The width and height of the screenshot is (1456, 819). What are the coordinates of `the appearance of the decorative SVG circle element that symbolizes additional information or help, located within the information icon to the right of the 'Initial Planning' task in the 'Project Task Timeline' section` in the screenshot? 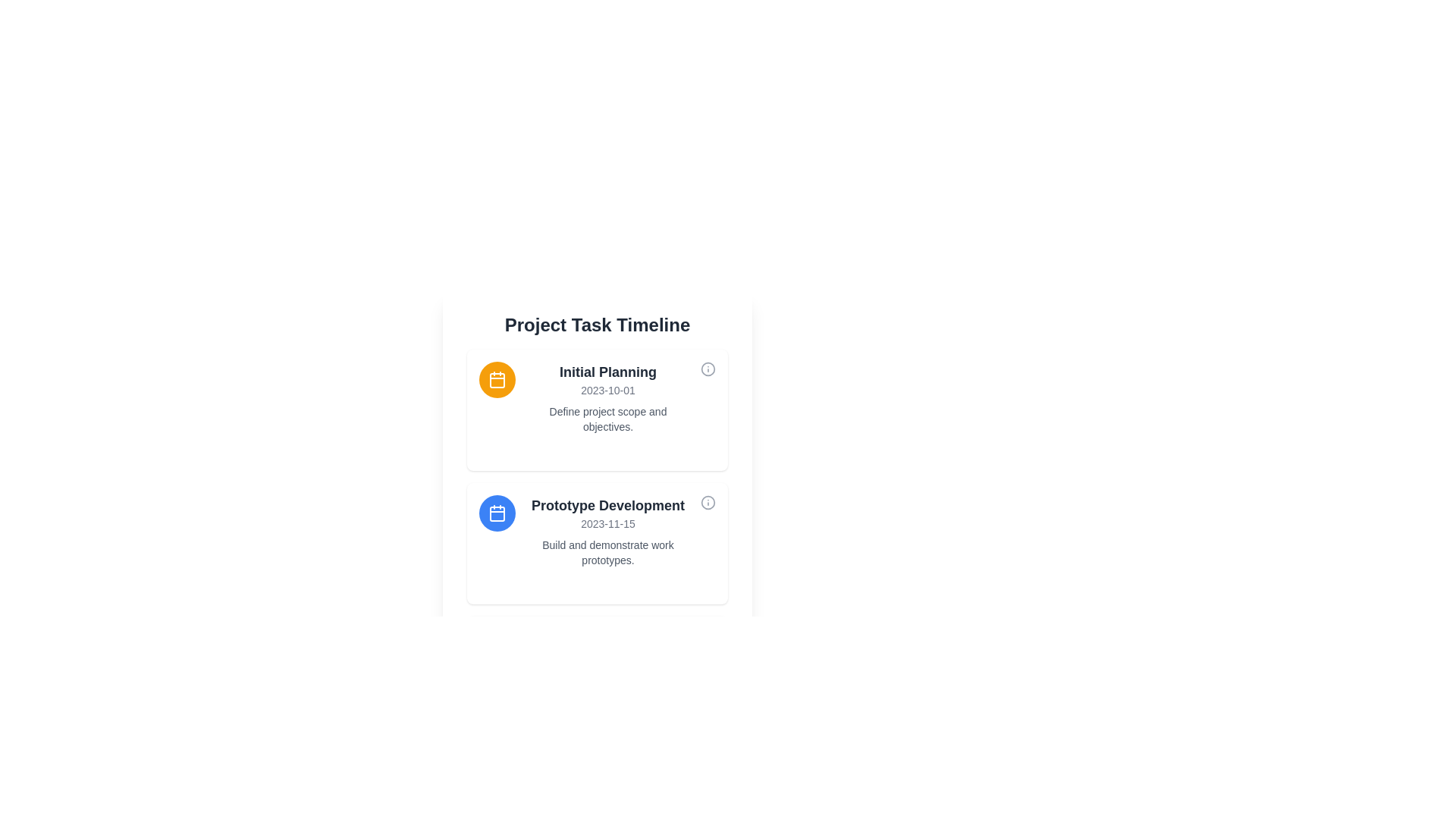 It's located at (708, 503).